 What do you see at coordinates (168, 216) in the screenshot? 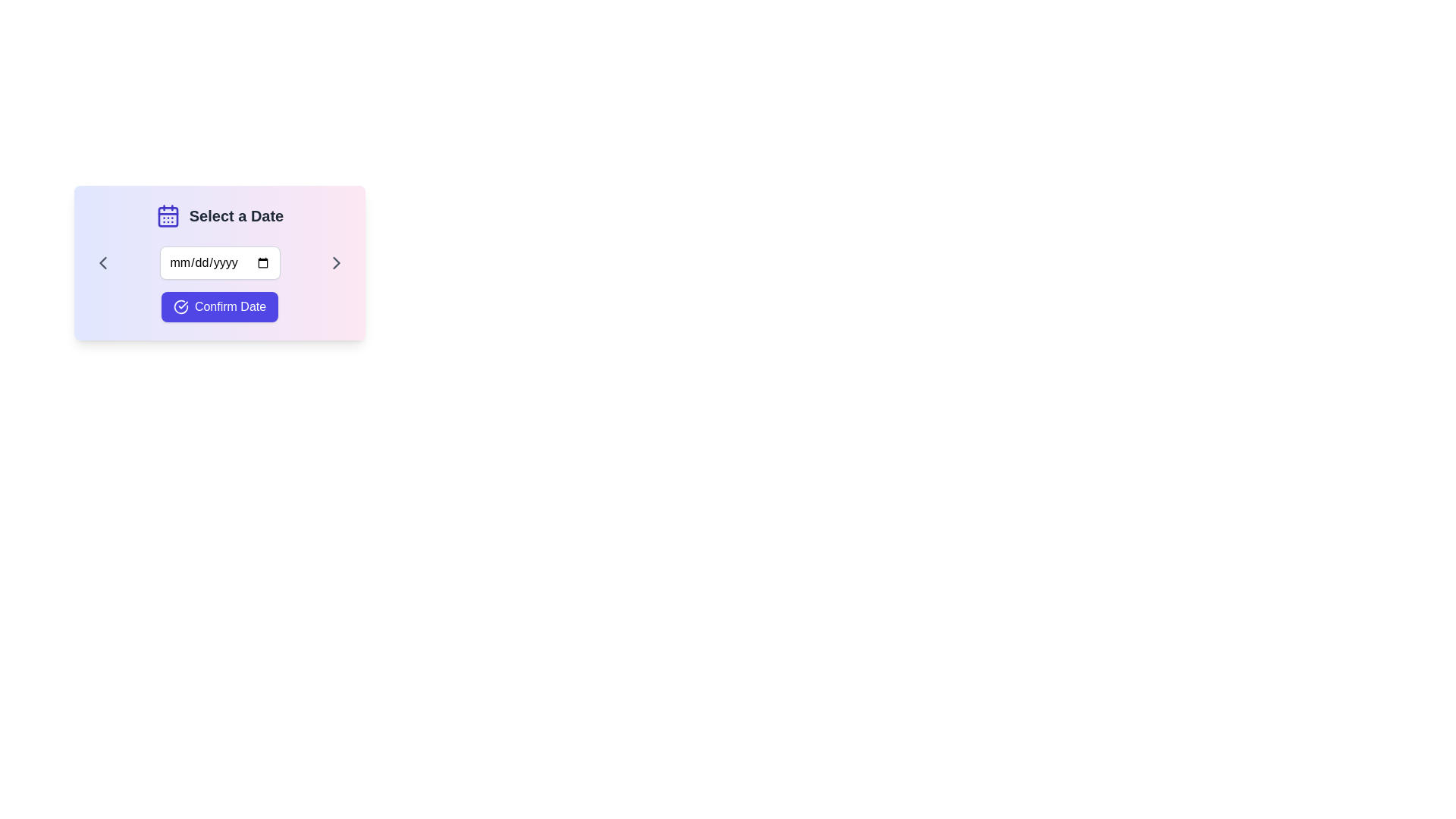
I see `the blue calendar icon located in the 'Select a Date' section, which is positioned in the top-left corner preceding the title text` at bounding box center [168, 216].